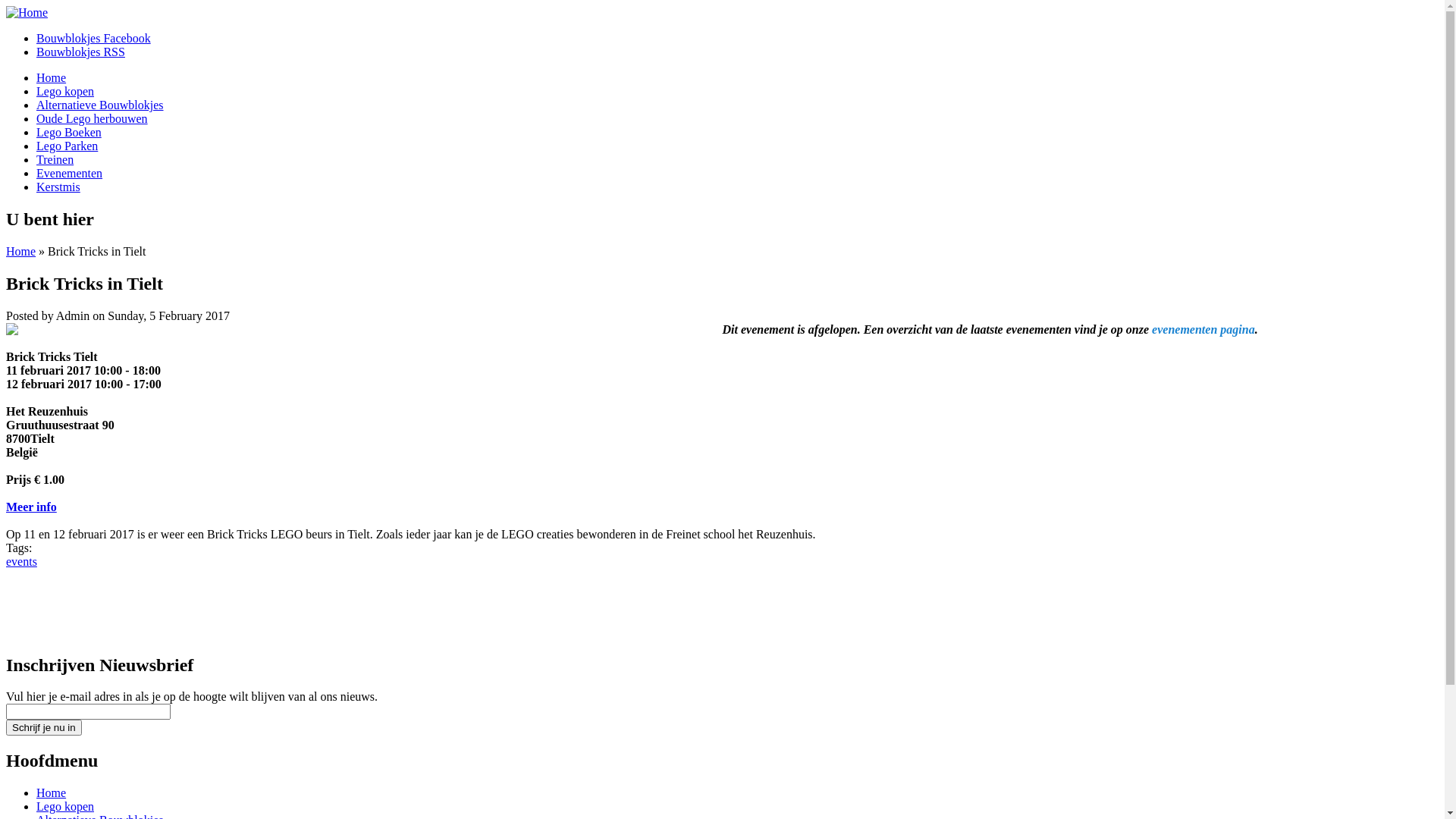 The width and height of the screenshot is (1456, 819). Describe the element at coordinates (93, 37) in the screenshot. I see `'Bouwblokjes Facebook'` at that location.